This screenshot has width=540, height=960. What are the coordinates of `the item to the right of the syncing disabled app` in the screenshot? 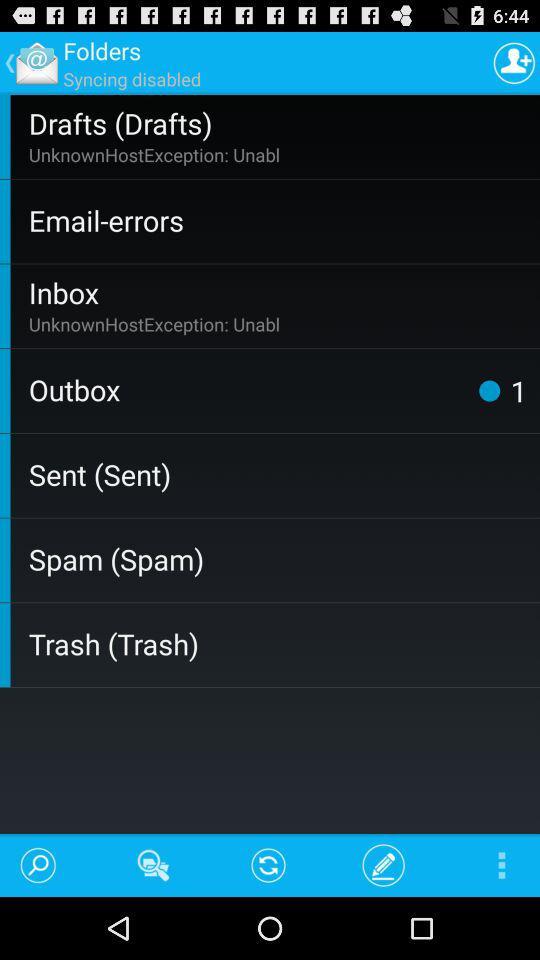 It's located at (514, 62).